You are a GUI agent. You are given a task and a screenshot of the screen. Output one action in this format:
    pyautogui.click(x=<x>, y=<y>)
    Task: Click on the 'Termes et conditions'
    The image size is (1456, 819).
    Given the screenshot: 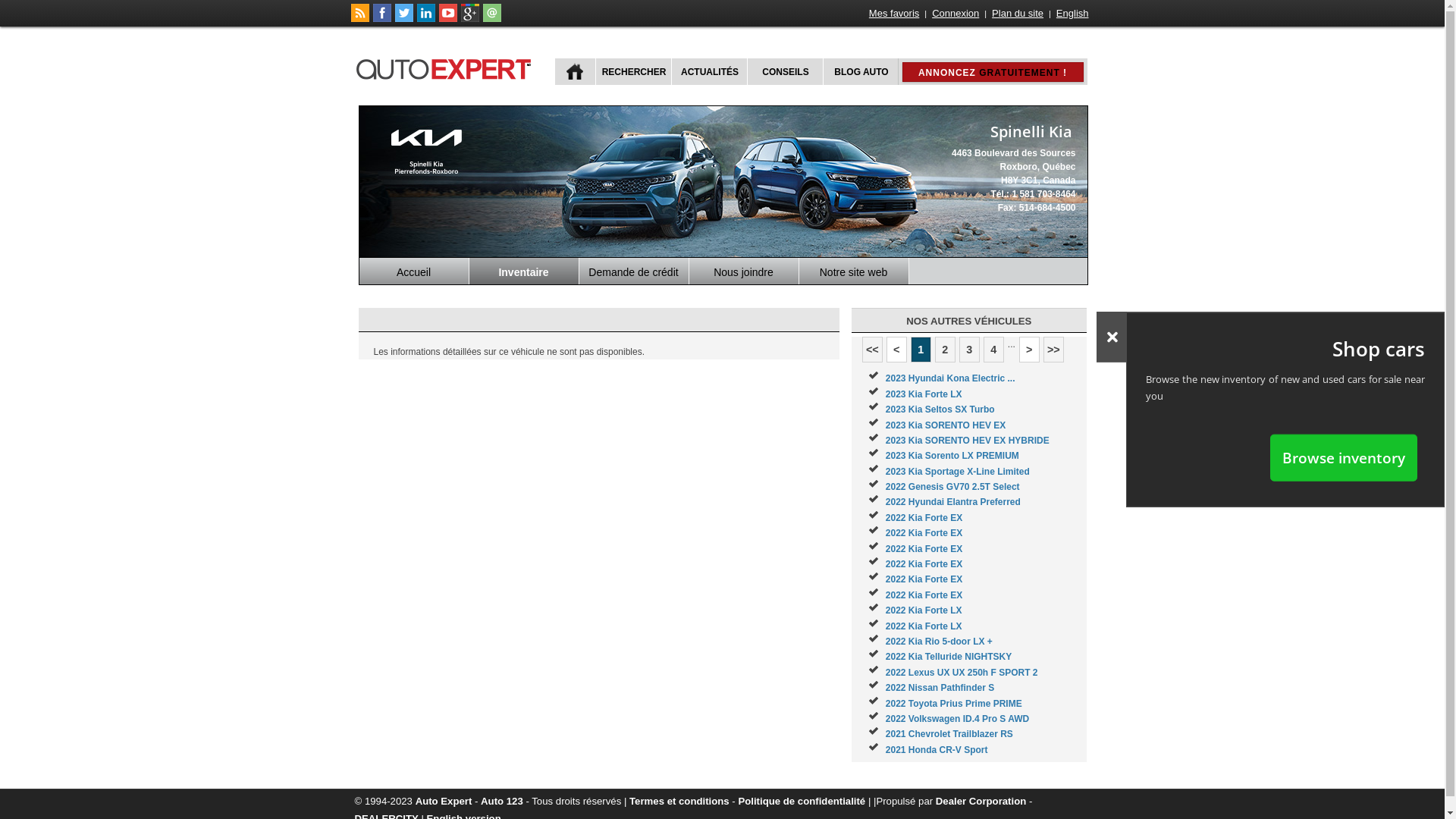 What is the action you would take?
    pyautogui.click(x=679, y=800)
    